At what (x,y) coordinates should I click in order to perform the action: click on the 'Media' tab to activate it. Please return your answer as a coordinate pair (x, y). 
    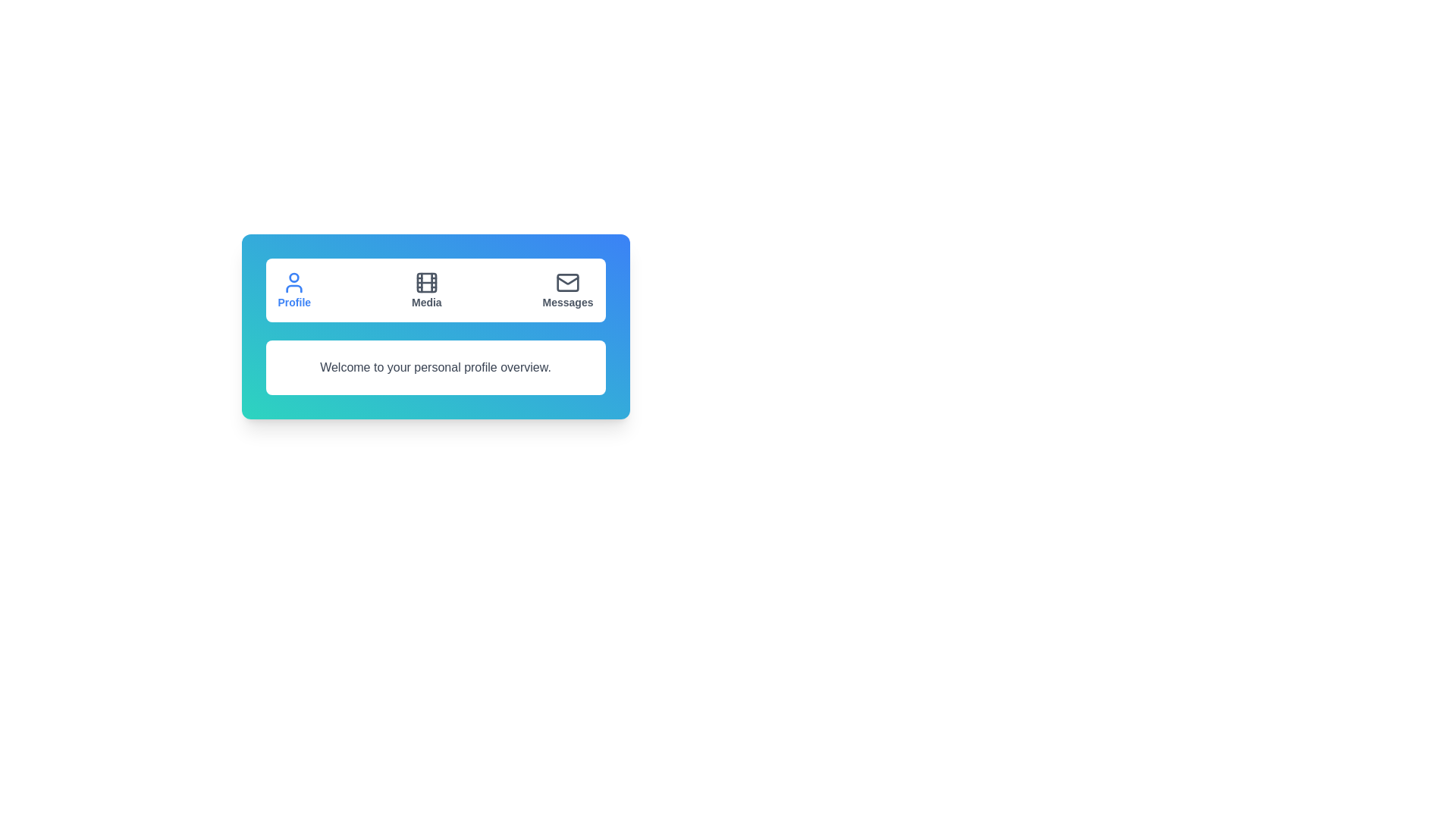
    Looking at the image, I should click on (425, 290).